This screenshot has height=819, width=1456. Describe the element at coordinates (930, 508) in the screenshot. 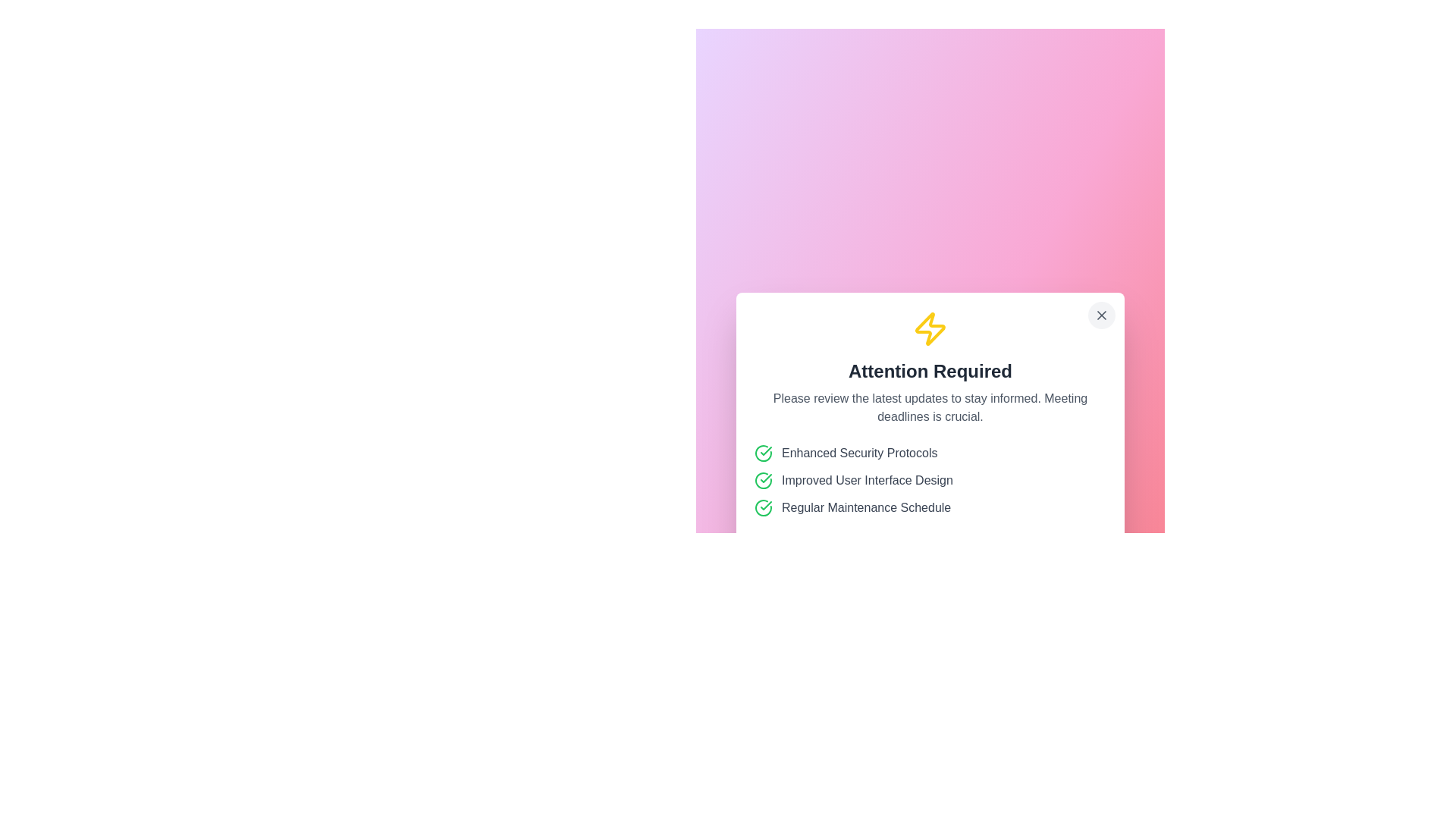

I see `the 'Regular Maintenance Schedule' label with an icon, which is the last item in the vertical list of features within the notification box` at that location.